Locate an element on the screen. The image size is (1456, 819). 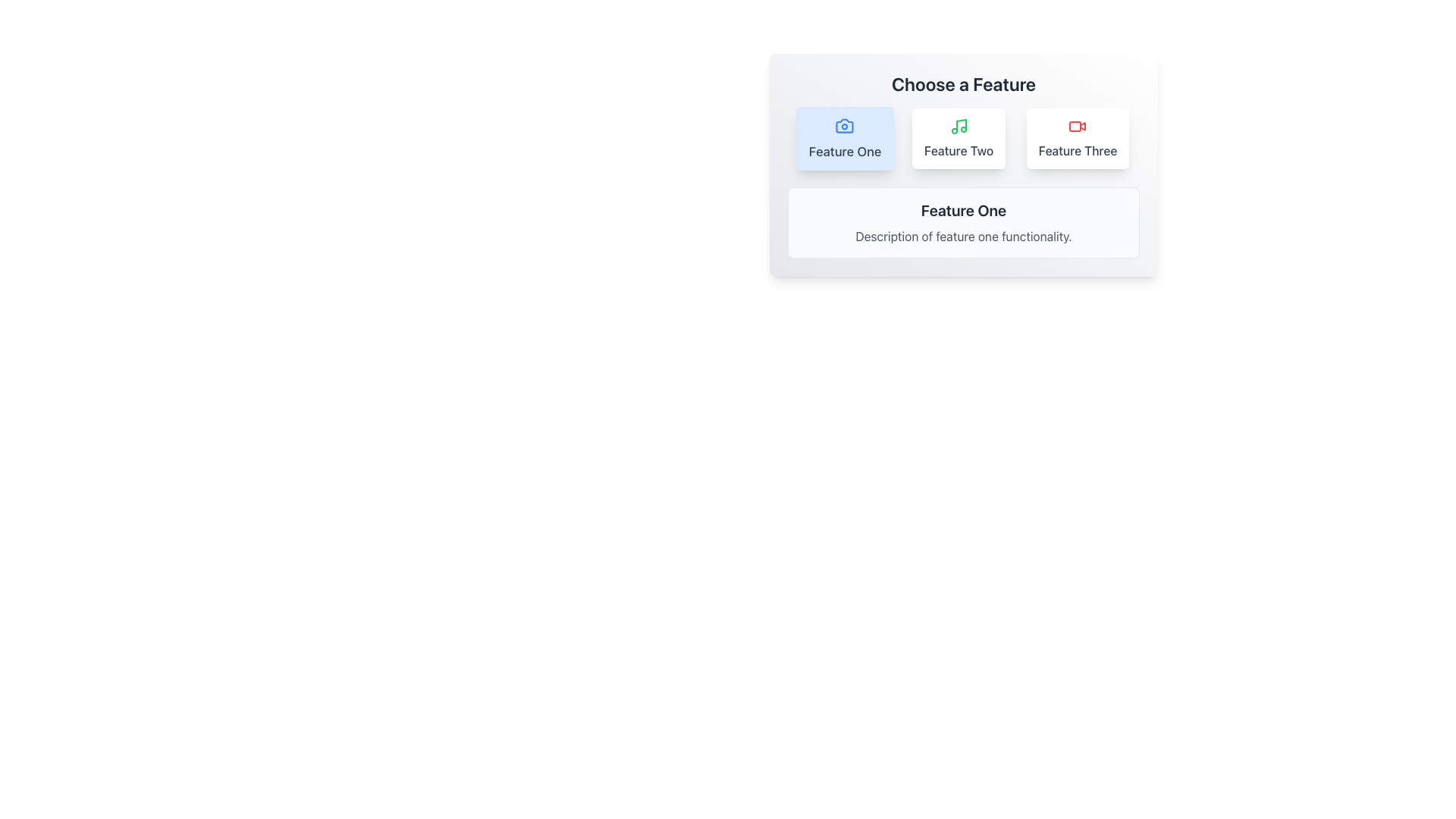
outer outline of the stylized camera icon, which is part of the 'Feature One' button located in the center-left of the card interface for debugging purposes is located at coordinates (844, 125).